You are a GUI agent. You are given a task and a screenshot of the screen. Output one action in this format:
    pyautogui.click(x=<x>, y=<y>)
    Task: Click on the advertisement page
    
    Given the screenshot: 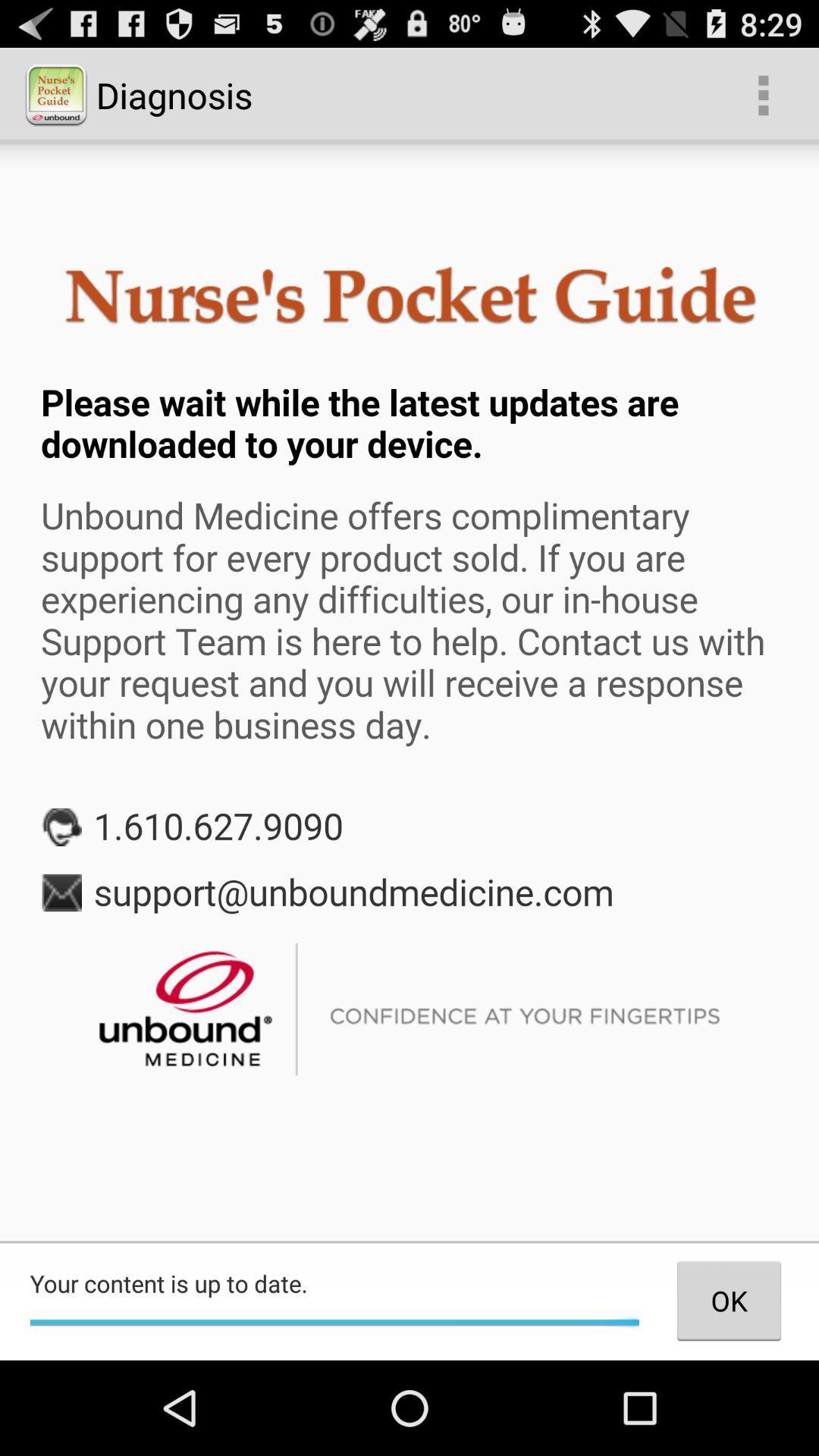 What is the action you would take?
    pyautogui.click(x=409, y=691)
    